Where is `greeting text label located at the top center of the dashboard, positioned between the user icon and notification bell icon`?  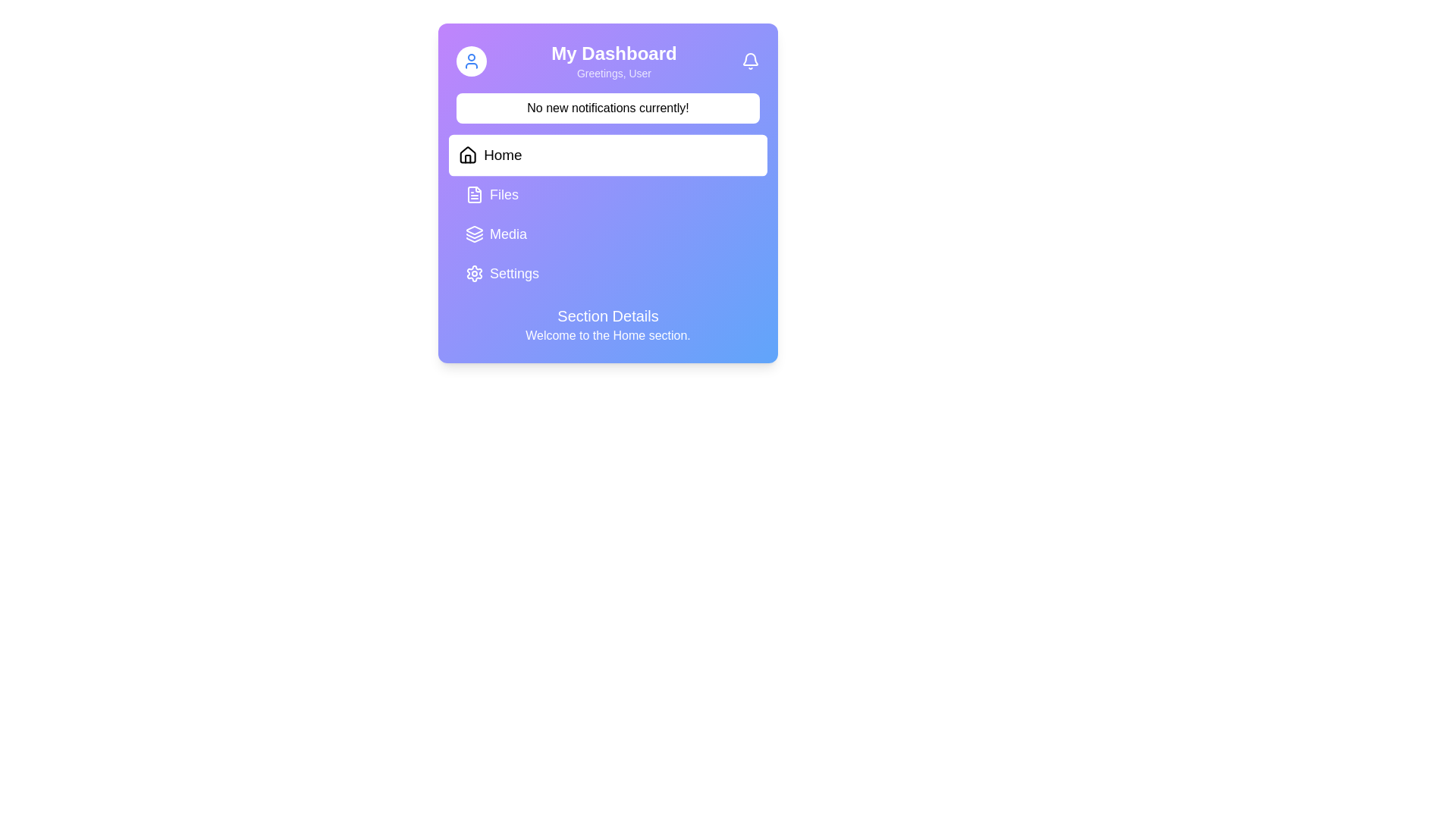 greeting text label located at the top center of the dashboard, positioned between the user icon and notification bell icon is located at coordinates (614, 61).